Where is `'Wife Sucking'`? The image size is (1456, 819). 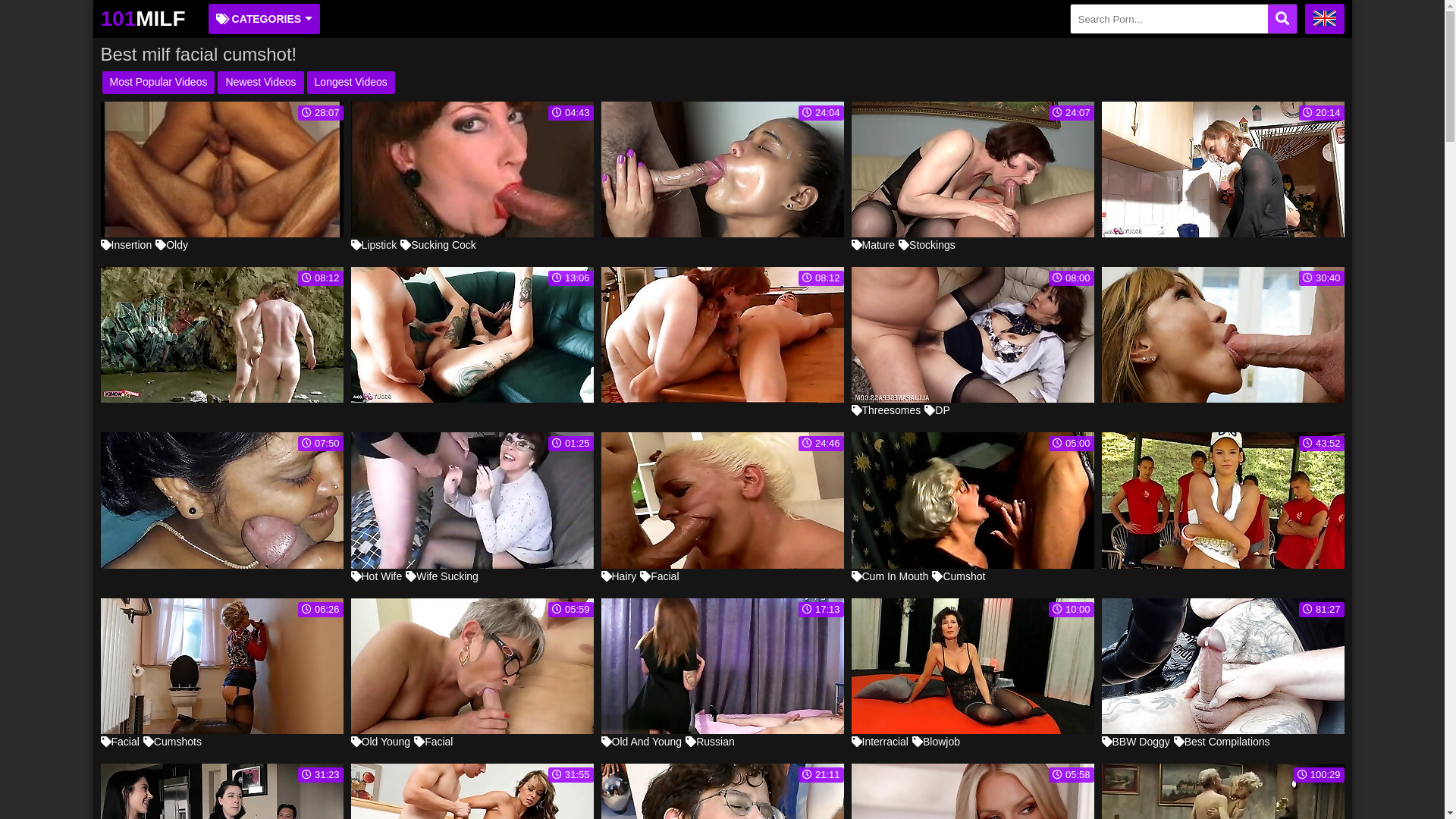 'Wife Sucking' is located at coordinates (405, 576).